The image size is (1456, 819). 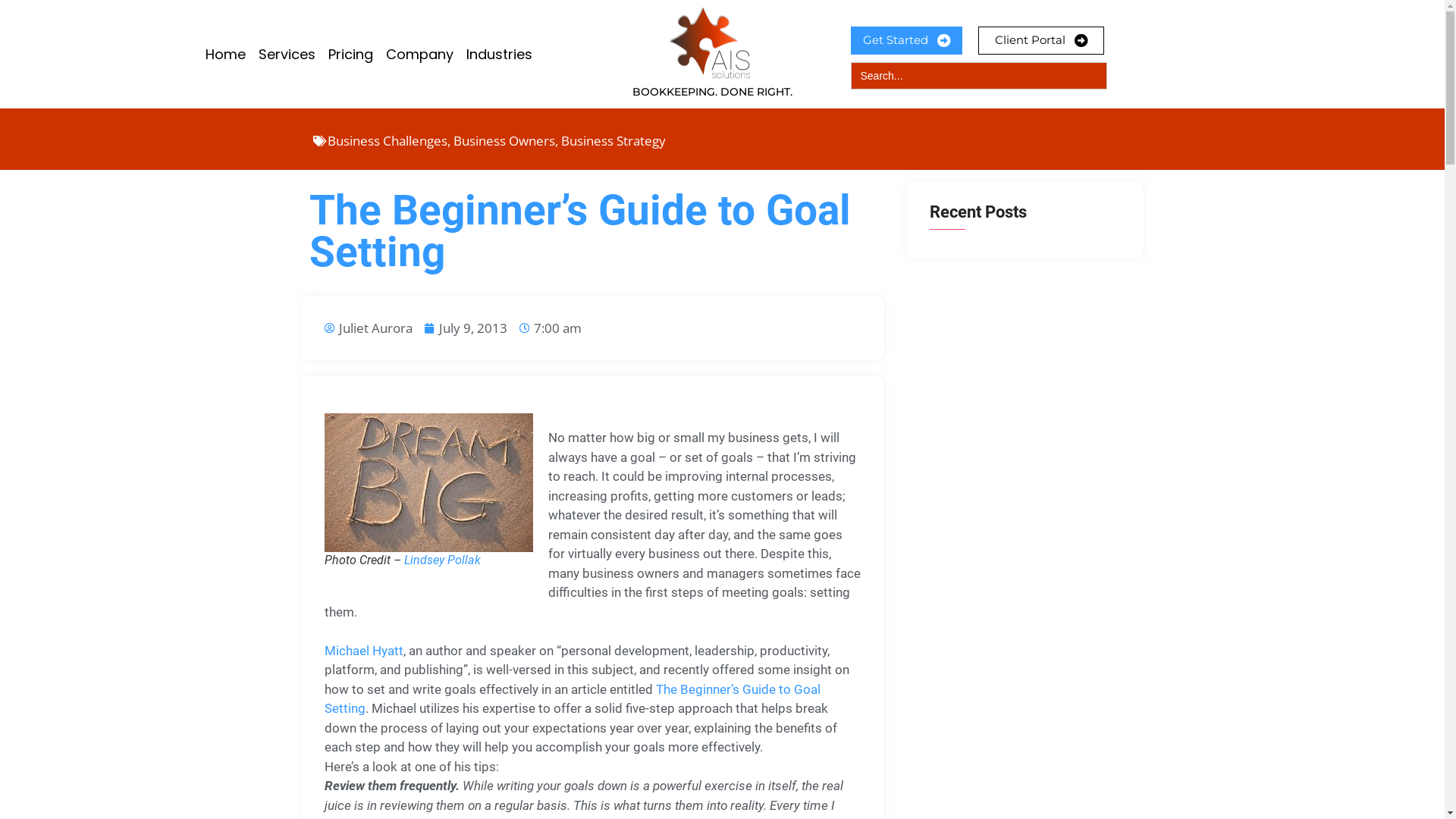 I want to click on 'Business Challenges', so click(x=387, y=140).